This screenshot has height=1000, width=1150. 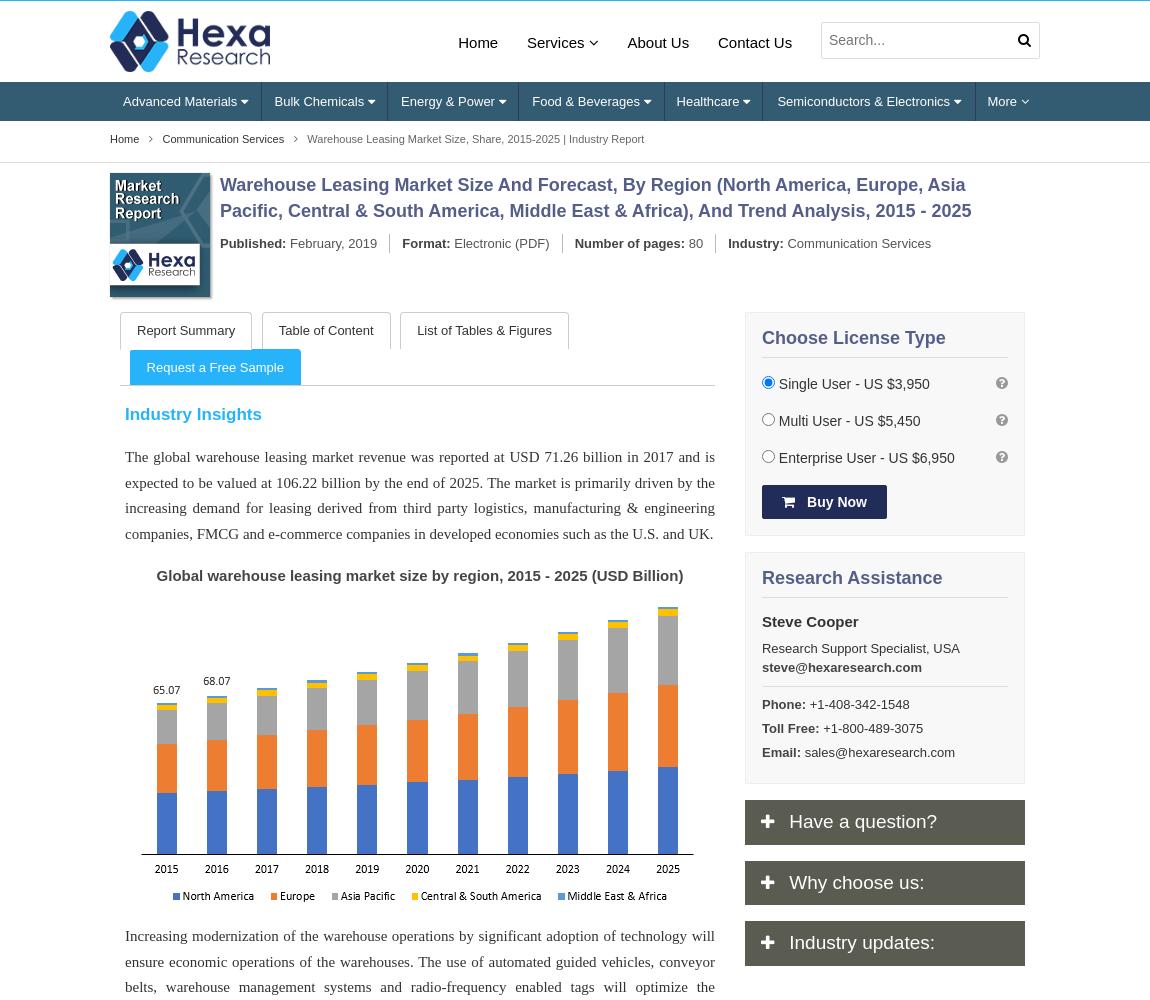 What do you see at coordinates (331, 241) in the screenshot?
I see `'February, 2019'` at bounding box center [331, 241].